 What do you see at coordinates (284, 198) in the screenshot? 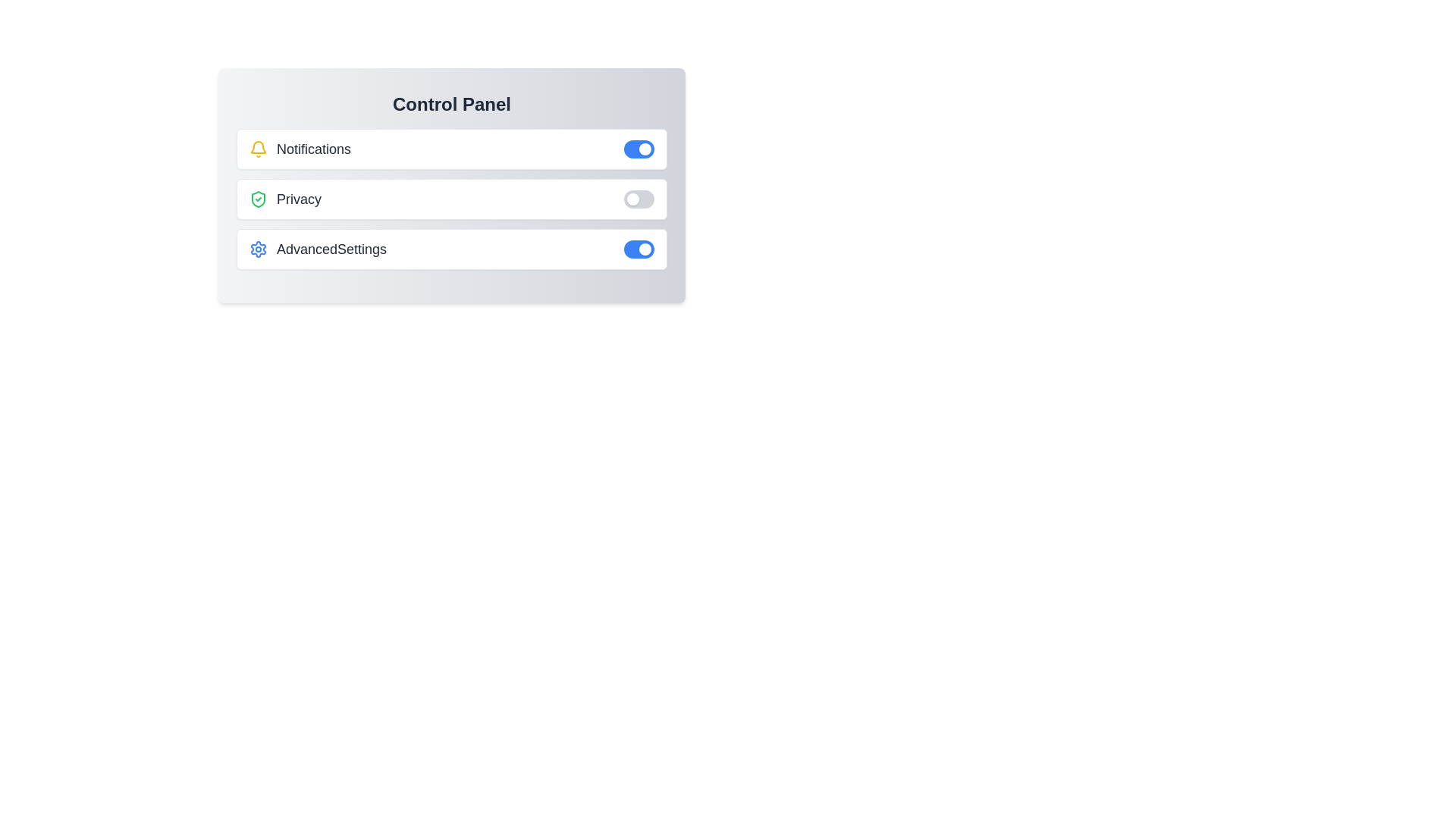
I see `the text label of the feature Privacy` at bounding box center [284, 198].